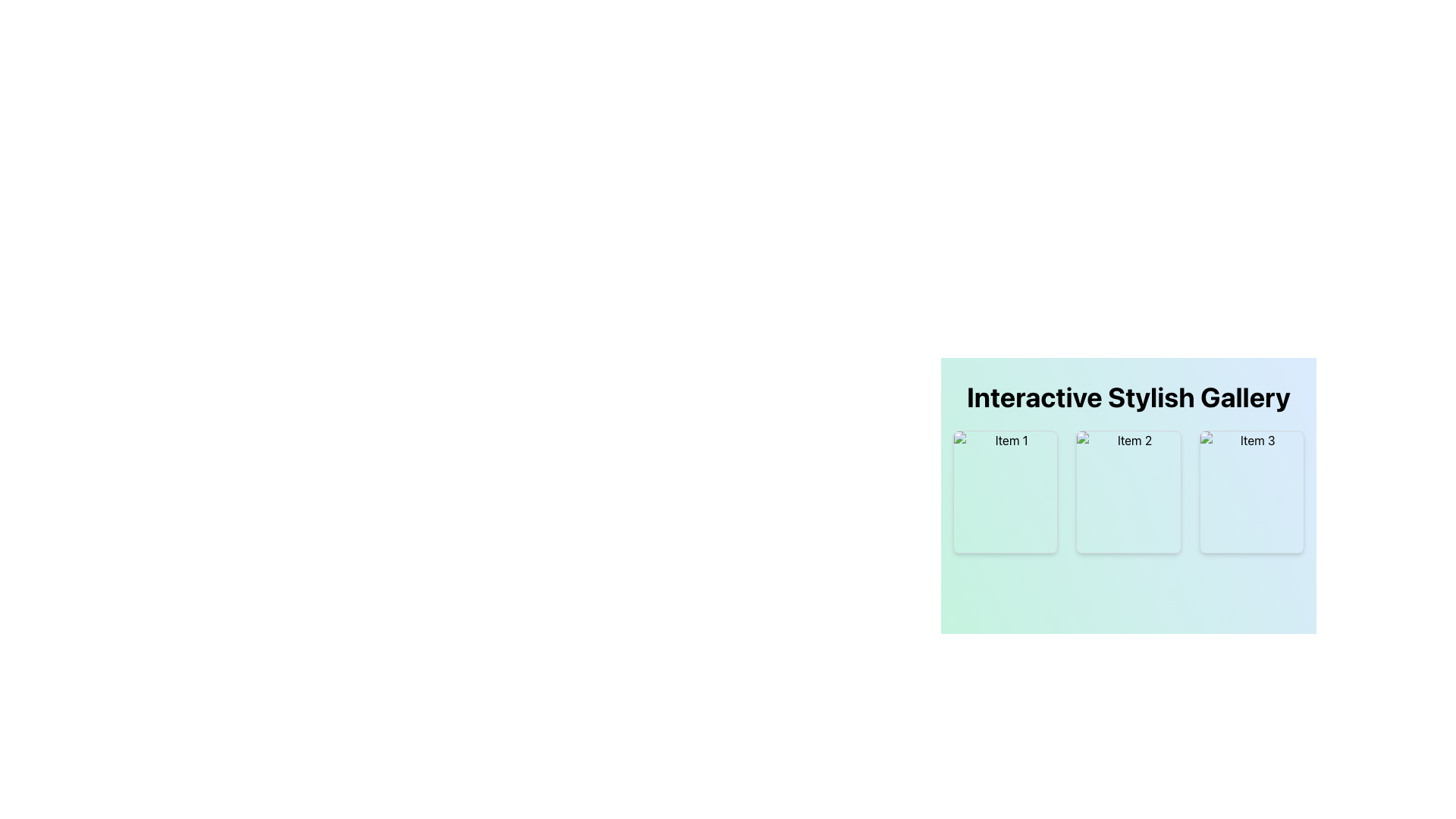 The height and width of the screenshot is (819, 1456). Describe the element at coordinates (1251, 491) in the screenshot. I see `the circular '+' button located in the third card of the gallery labeled 'Item 3'` at that location.